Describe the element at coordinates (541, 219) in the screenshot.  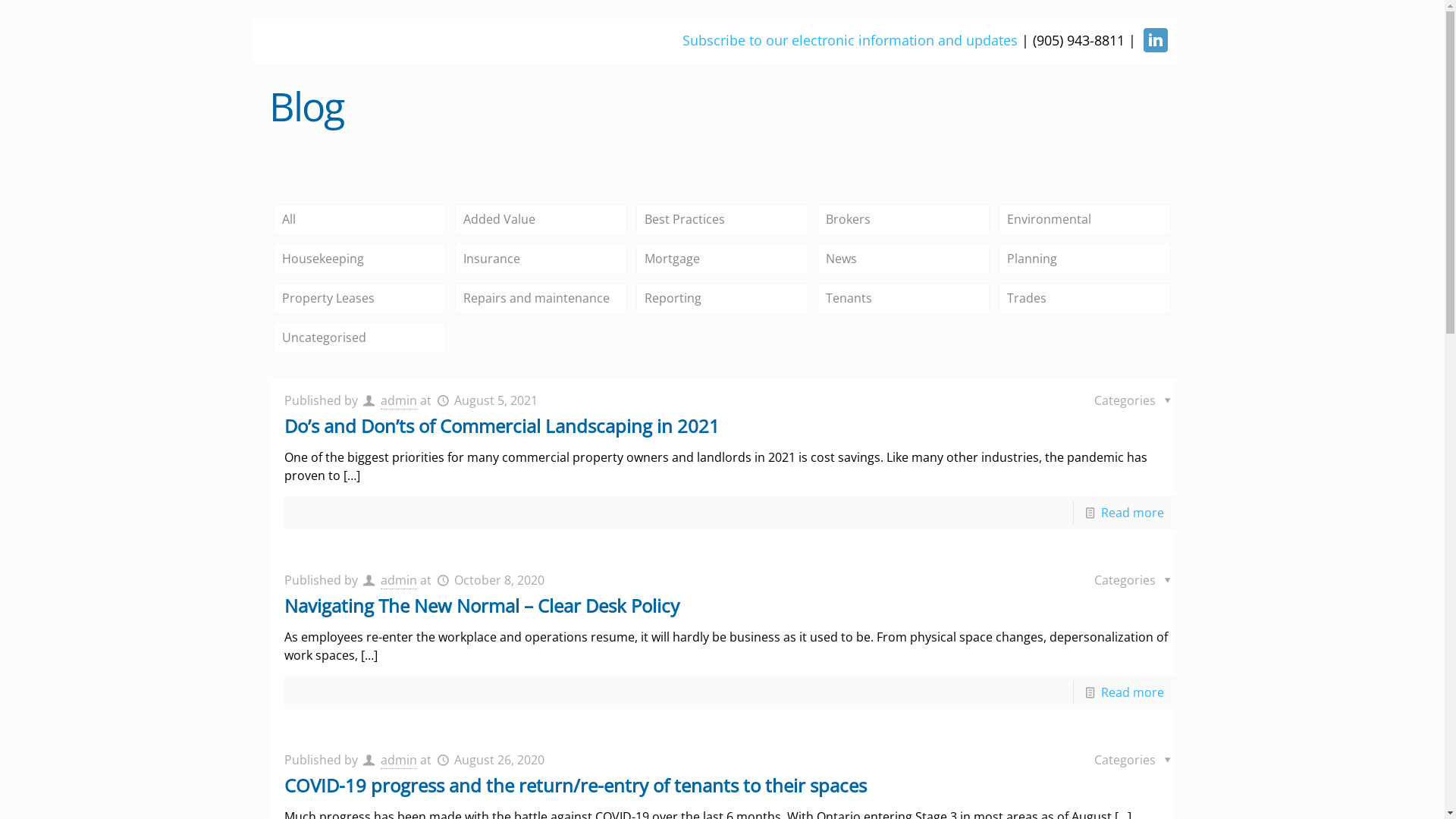
I see `'Added Value'` at that location.